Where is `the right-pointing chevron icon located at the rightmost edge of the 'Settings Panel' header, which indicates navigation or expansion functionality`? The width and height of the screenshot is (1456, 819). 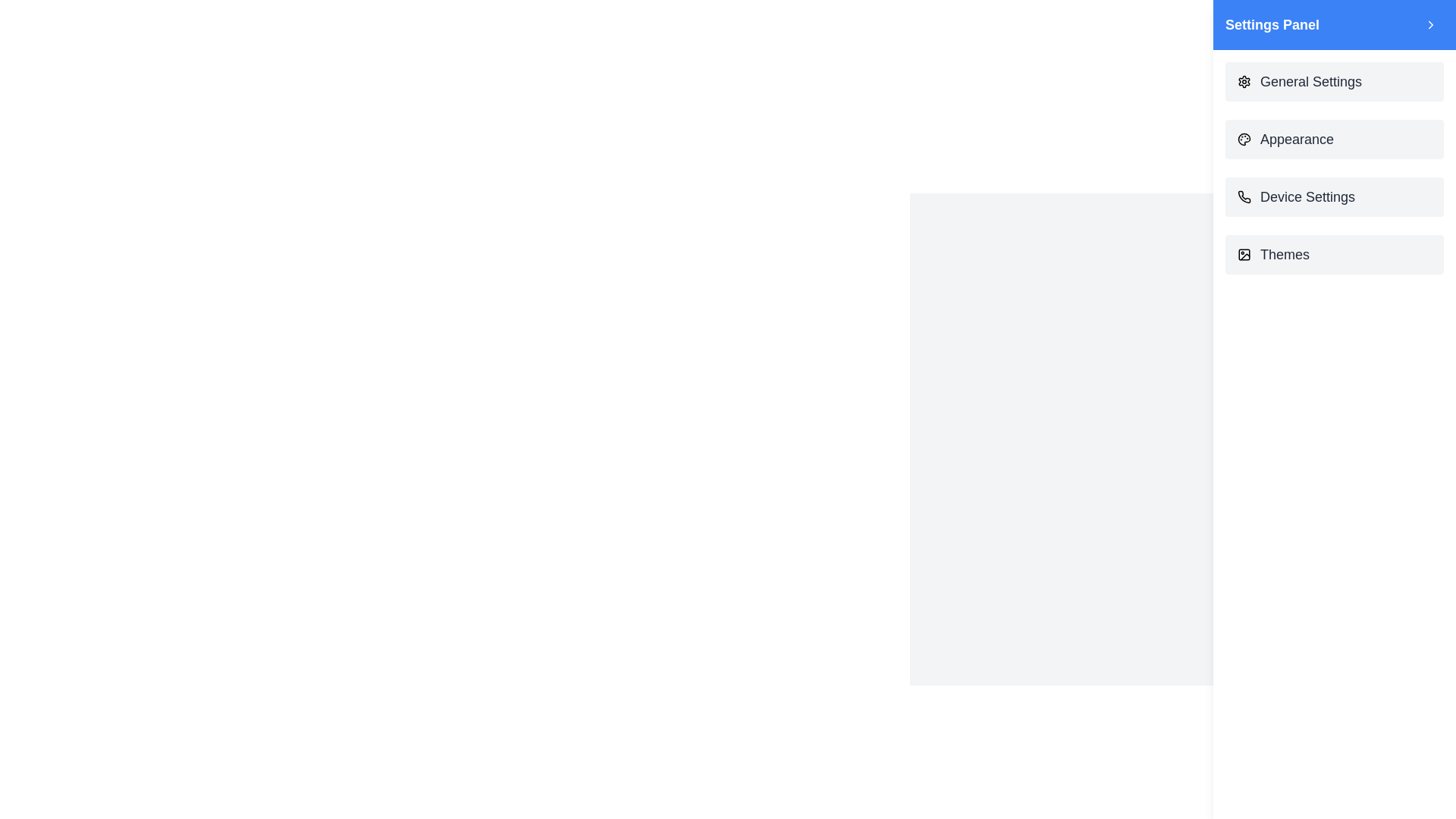
the right-pointing chevron icon located at the rightmost edge of the 'Settings Panel' header, which indicates navigation or expansion functionality is located at coordinates (1429, 25).